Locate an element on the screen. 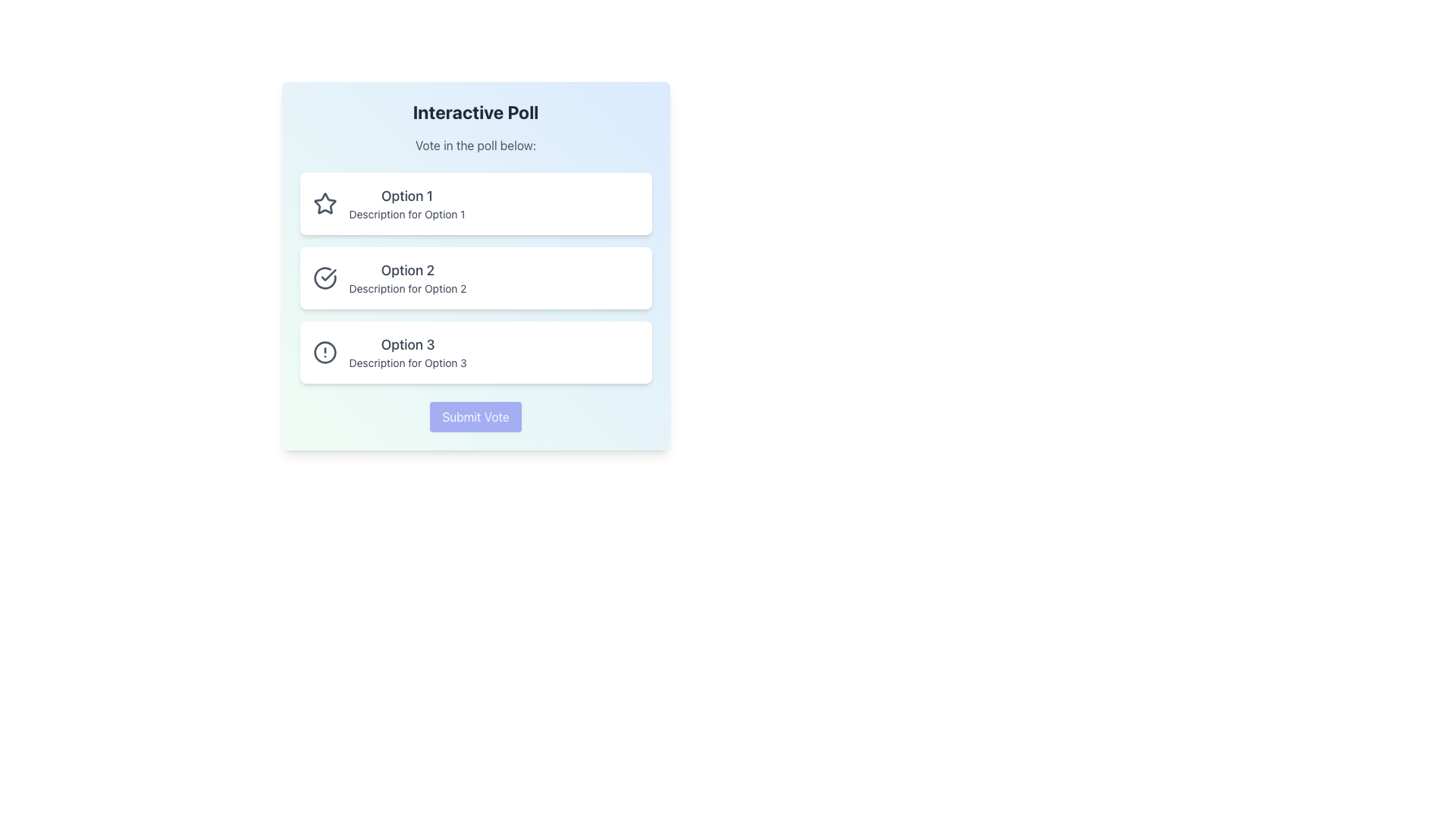  the 'Interactive Poll' text label, which is a bold, large-sized title in dark gray color, centrally aligned at the top of the card interface is located at coordinates (475, 111).